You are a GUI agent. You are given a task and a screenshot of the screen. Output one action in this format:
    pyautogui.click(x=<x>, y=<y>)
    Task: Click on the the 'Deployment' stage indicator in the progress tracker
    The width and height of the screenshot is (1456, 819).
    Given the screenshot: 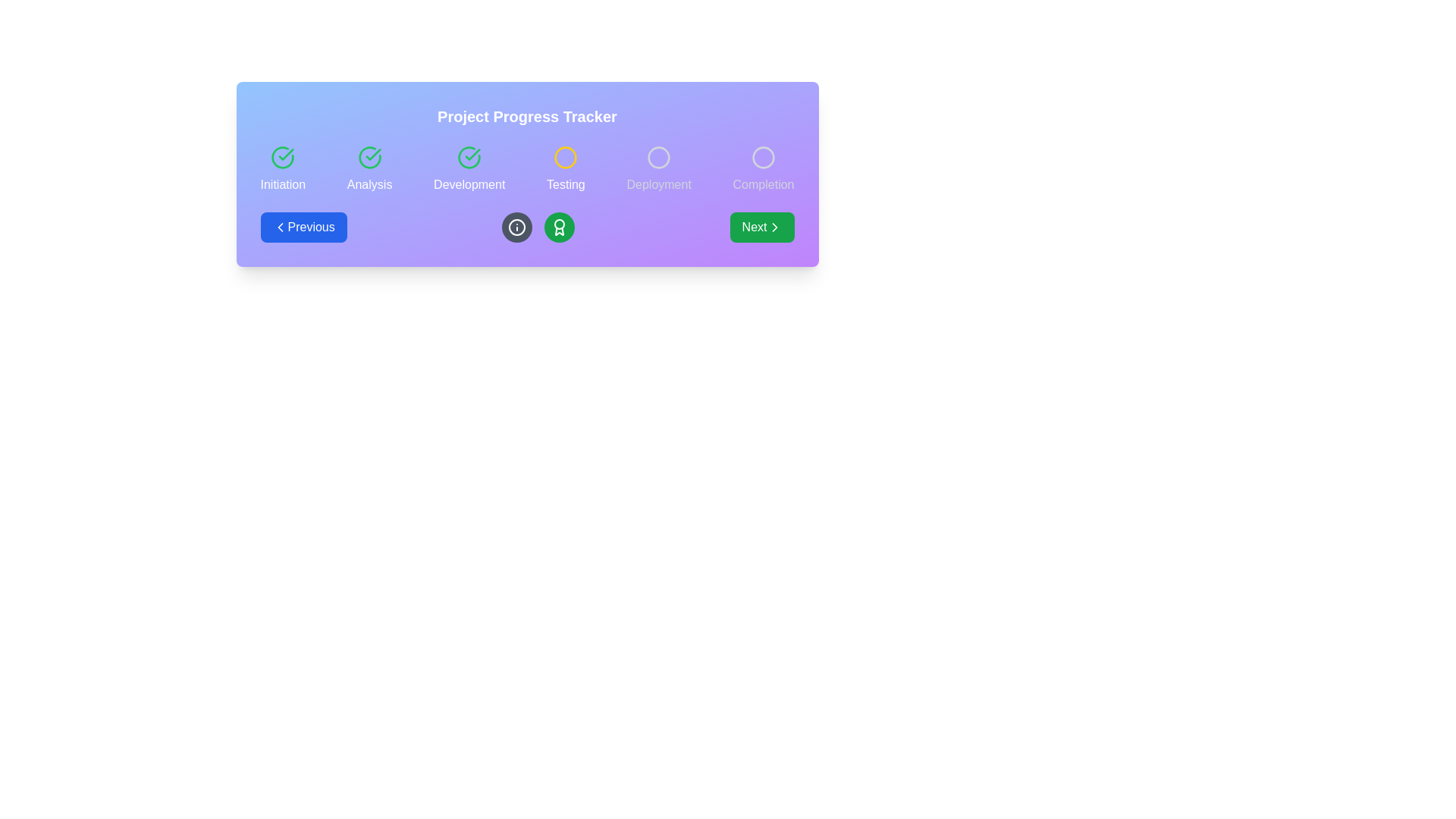 What is the action you would take?
    pyautogui.click(x=659, y=158)
    